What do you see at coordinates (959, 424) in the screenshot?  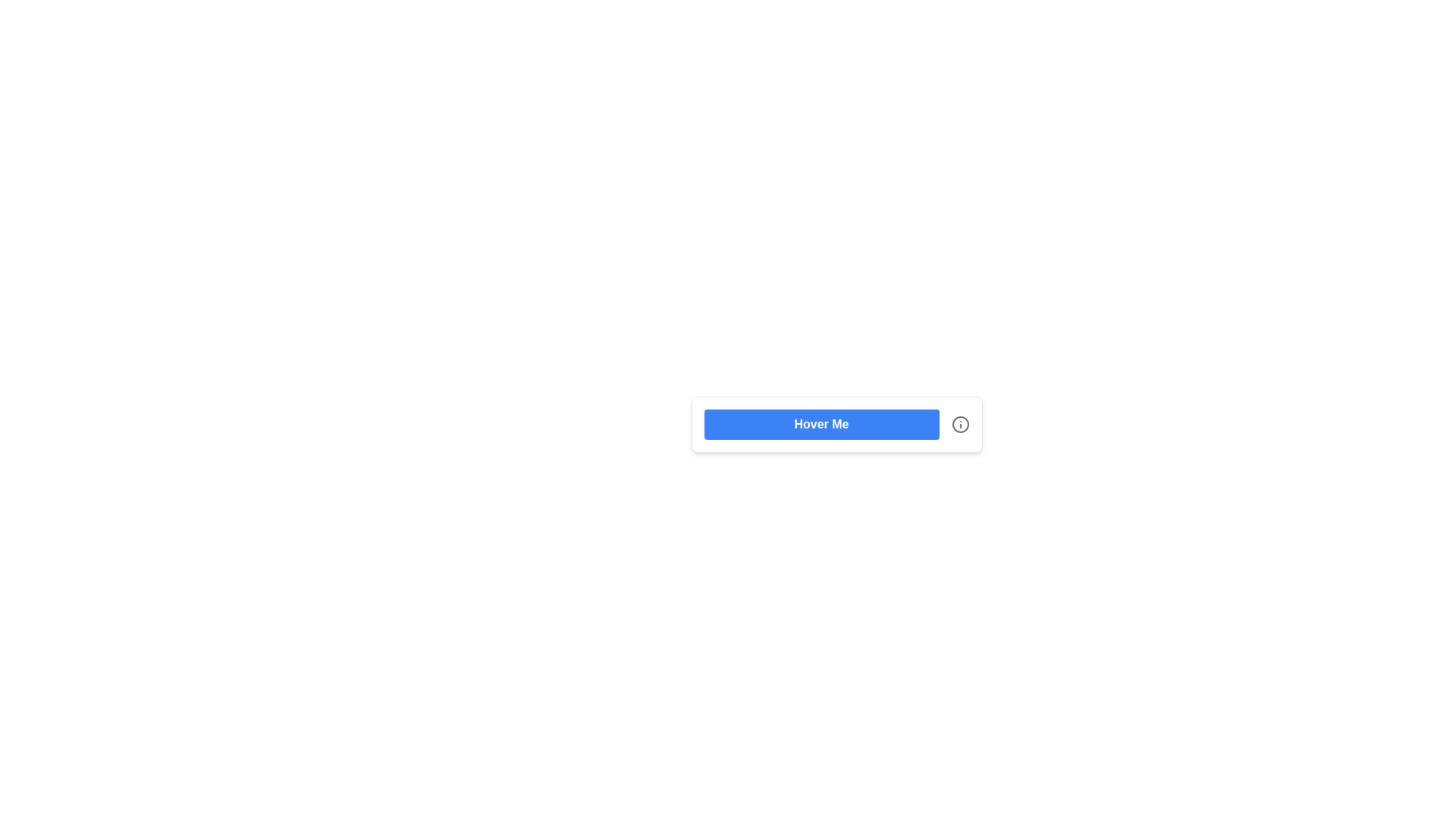 I see `the gray circular icon with a vertical line and a dot inside, located immediately to the right of the 'Hover Me' blue button` at bounding box center [959, 424].